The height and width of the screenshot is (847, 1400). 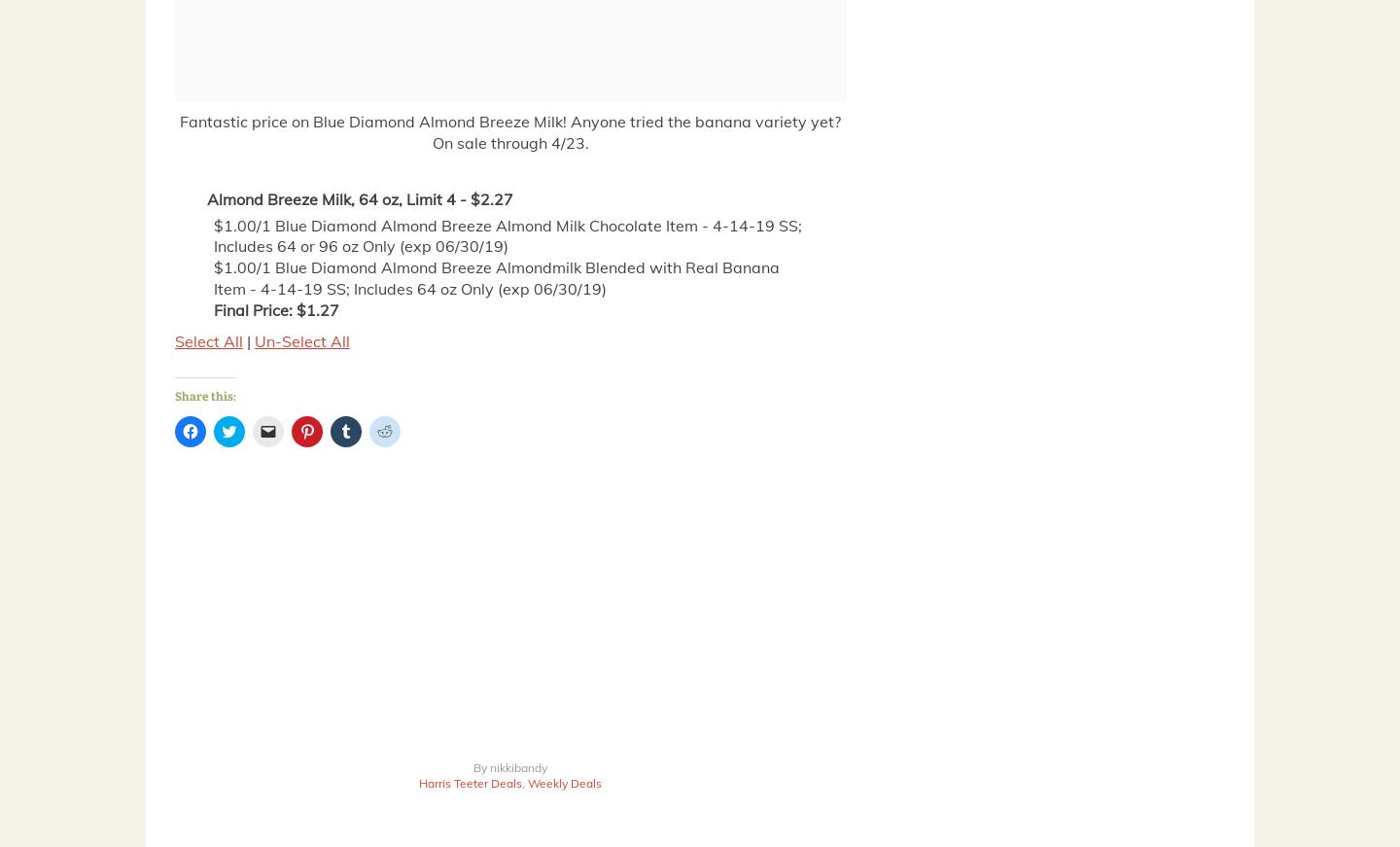 I want to click on 'Fantastic price on Blue Diamond Almond Breeze Milk! Anyone tried the banana variety yet? On sale through 4/23.', so click(x=180, y=130).